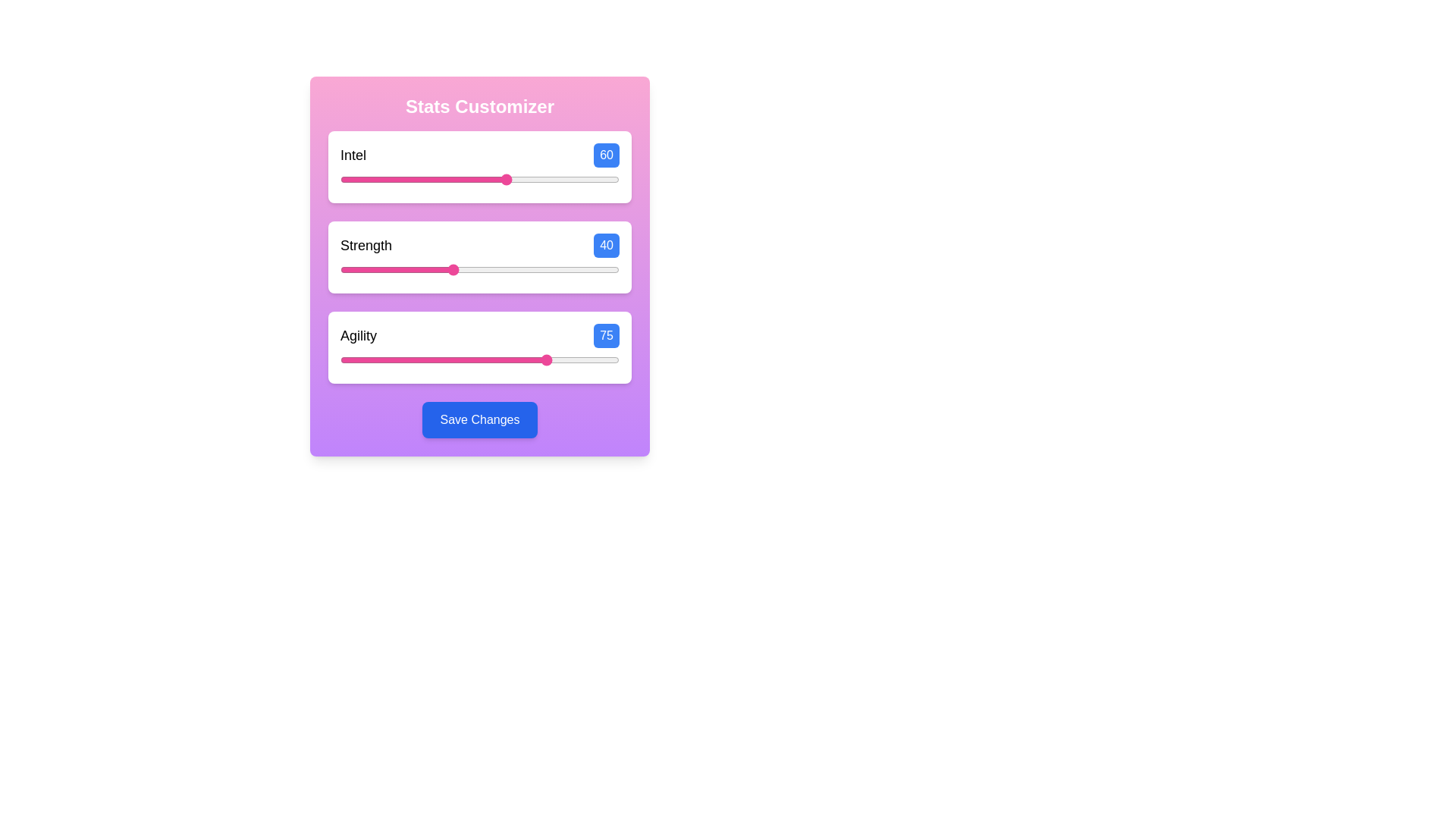 This screenshot has width=1456, height=819. I want to click on the agility level, so click(410, 359).